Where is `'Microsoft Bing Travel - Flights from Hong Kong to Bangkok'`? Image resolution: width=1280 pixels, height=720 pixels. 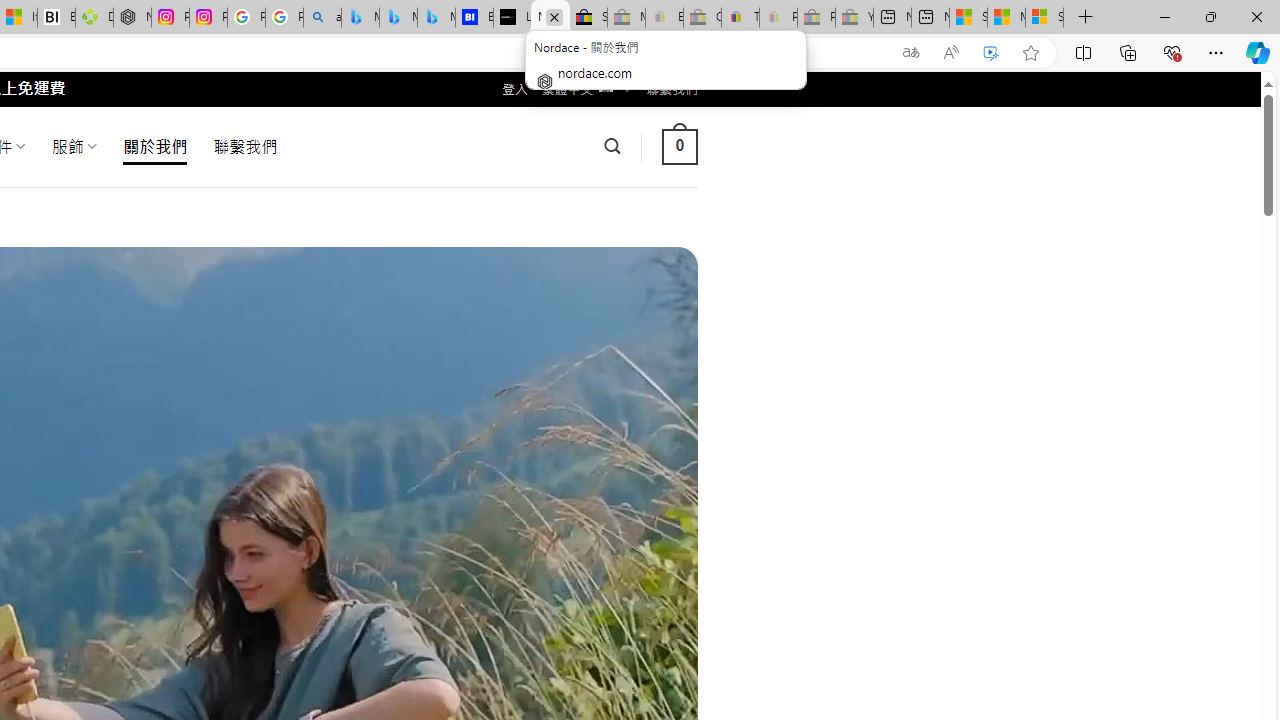 'Microsoft Bing Travel - Flights from Hong Kong to Bangkok' is located at coordinates (360, 17).